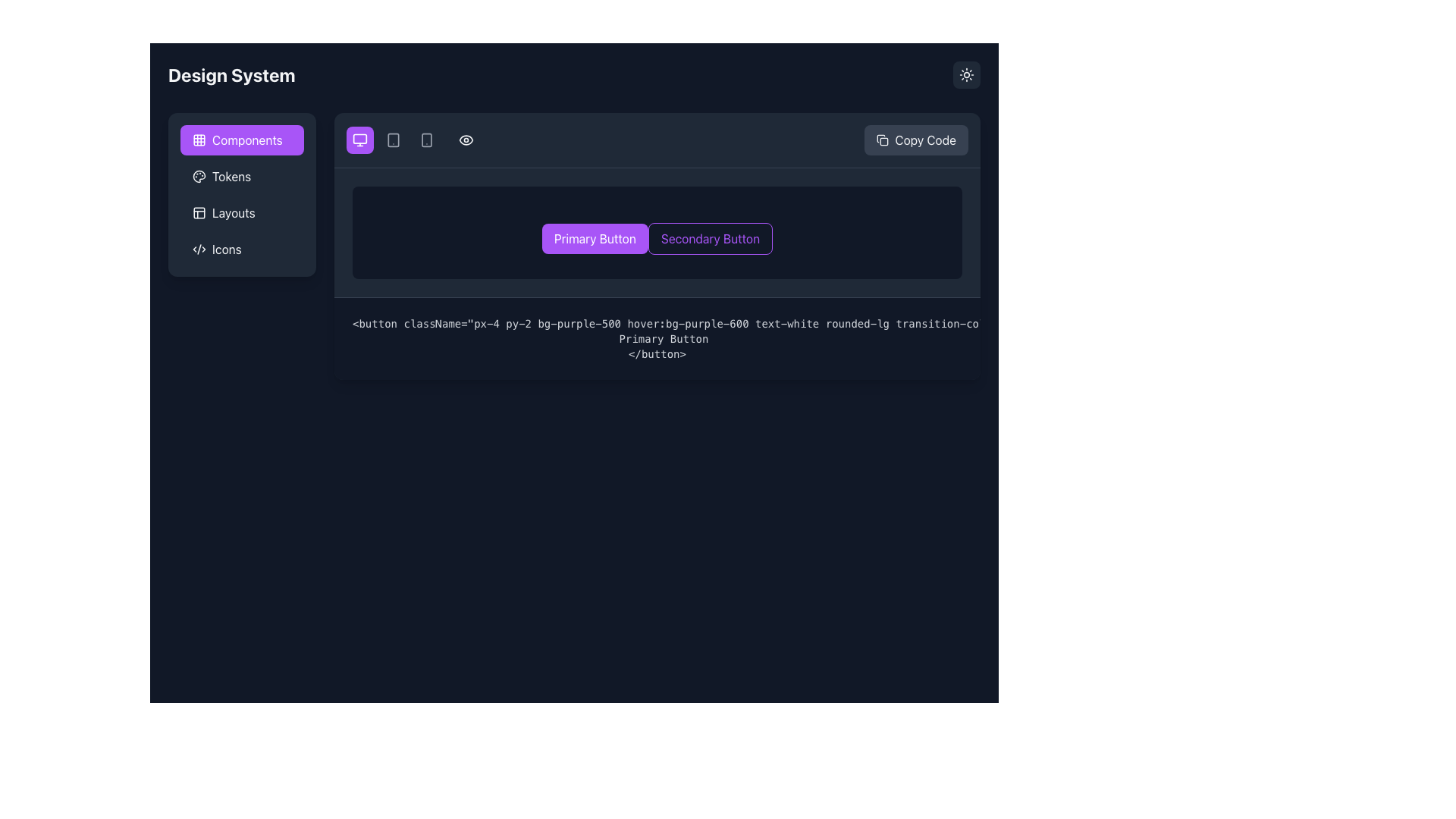 Image resolution: width=1456 pixels, height=819 pixels. I want to click on the third menu item labeled 'Layouts' in the vertical menu under 'Design System', so click(241, 194).